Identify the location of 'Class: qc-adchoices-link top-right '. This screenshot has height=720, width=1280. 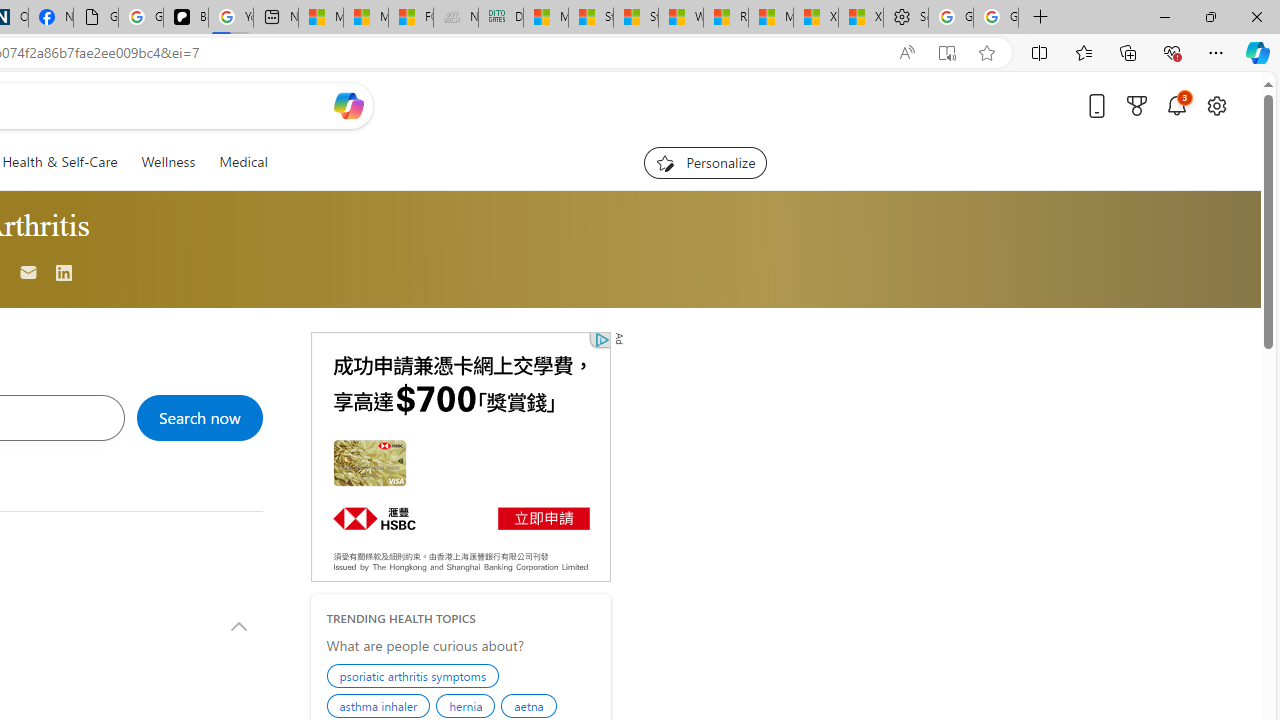
(599, 338).